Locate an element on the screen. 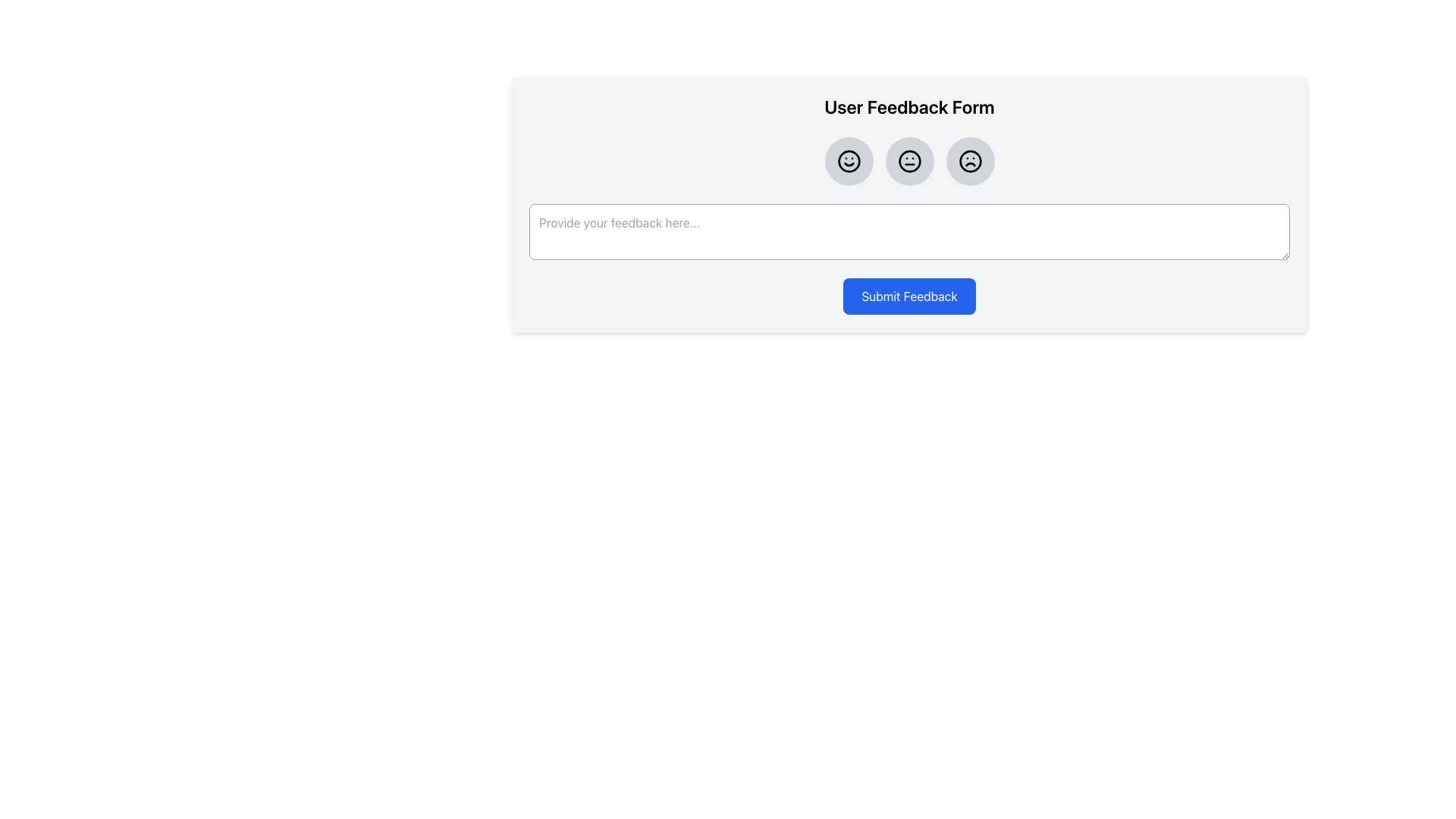 Image resolution: width=1456 pixels, height=819 pixels. the Feedback Button using tab navigation is located at coordinates (848, 161).